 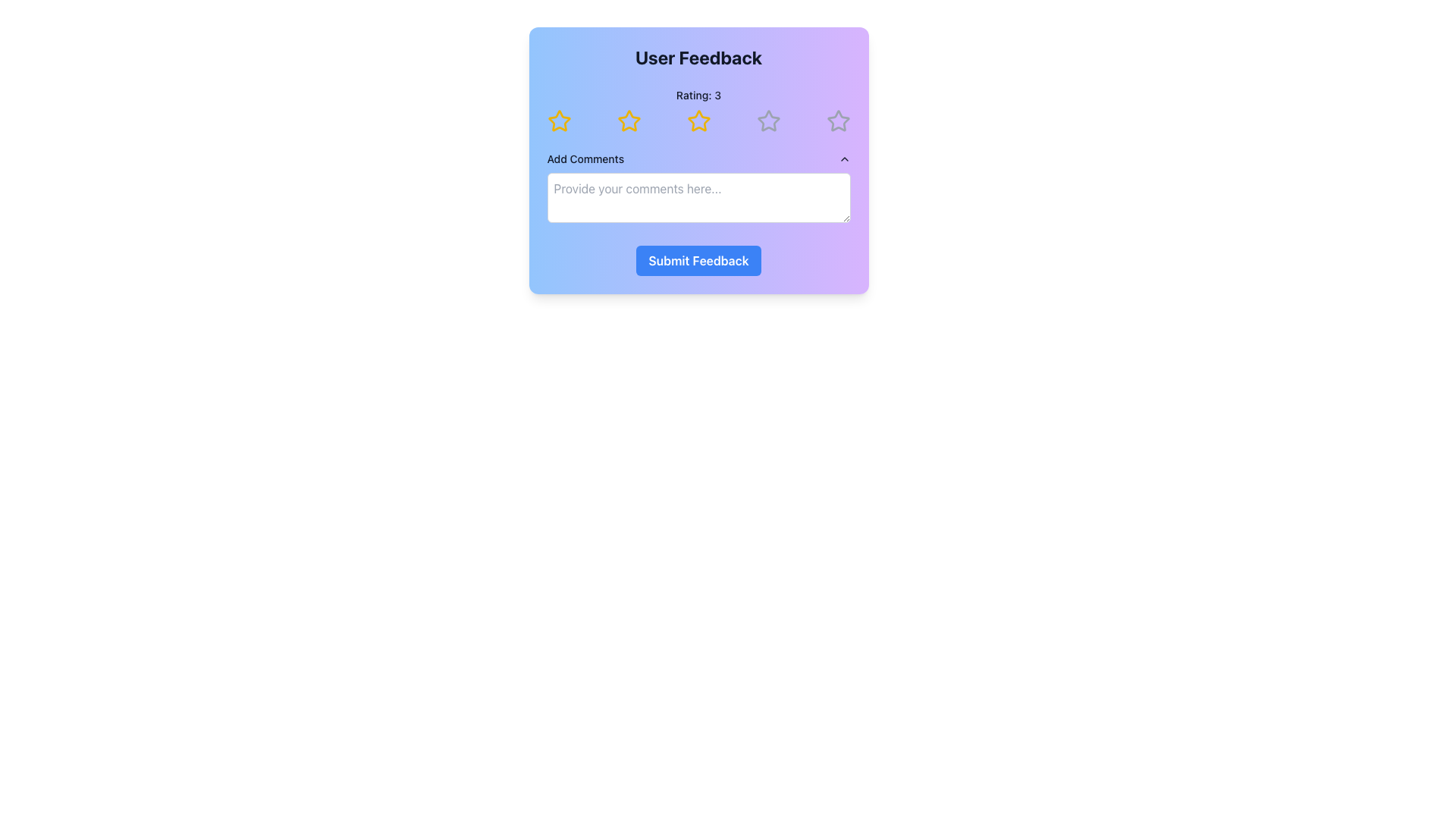 What do you see at coordinates (588, 120) in the screenshot?
I see `the cursor across the five star icons in the rating section` at bounding box center [588, 120].